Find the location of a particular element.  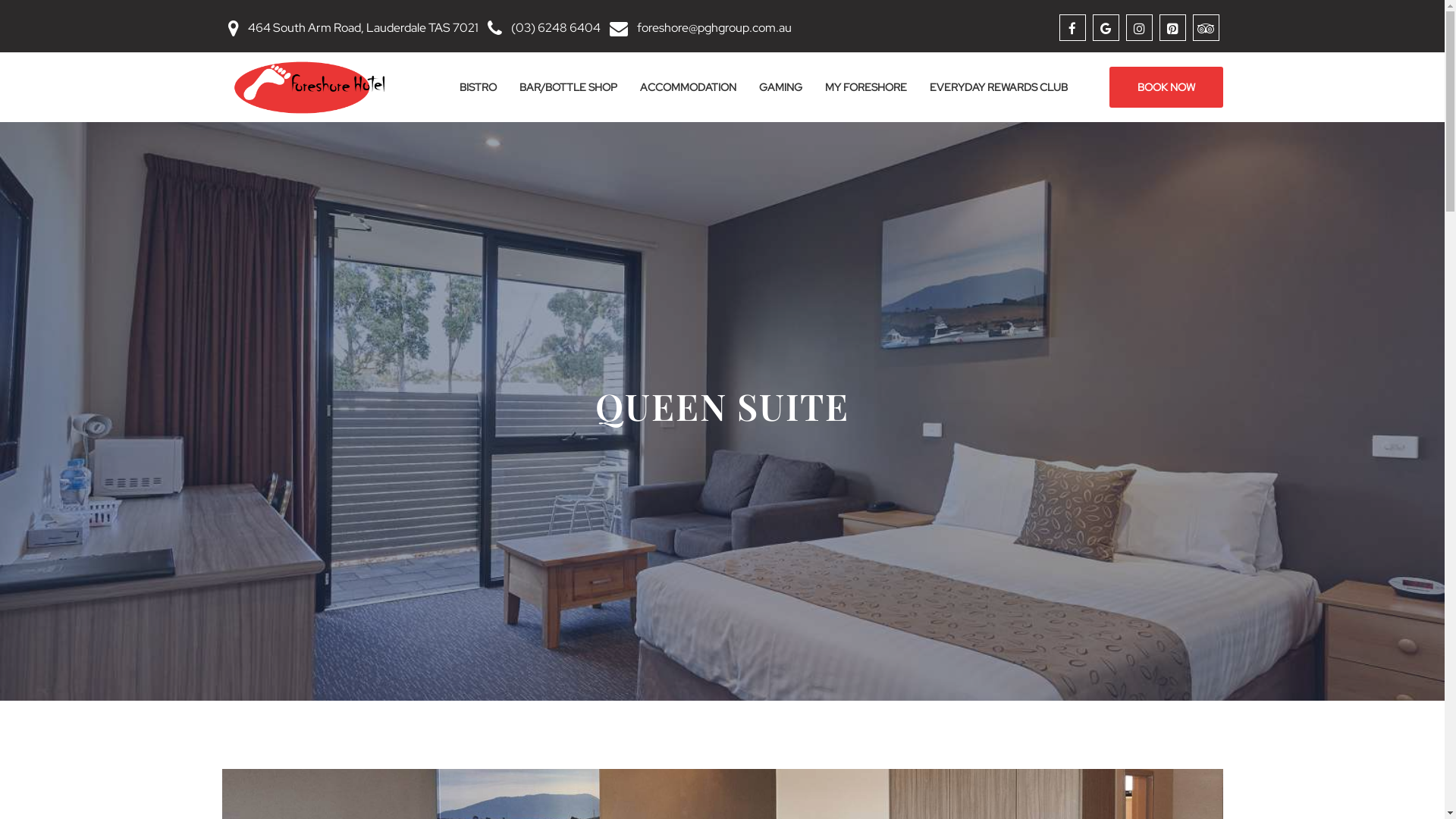

'BISTRO is located at coordinates (476, 87).